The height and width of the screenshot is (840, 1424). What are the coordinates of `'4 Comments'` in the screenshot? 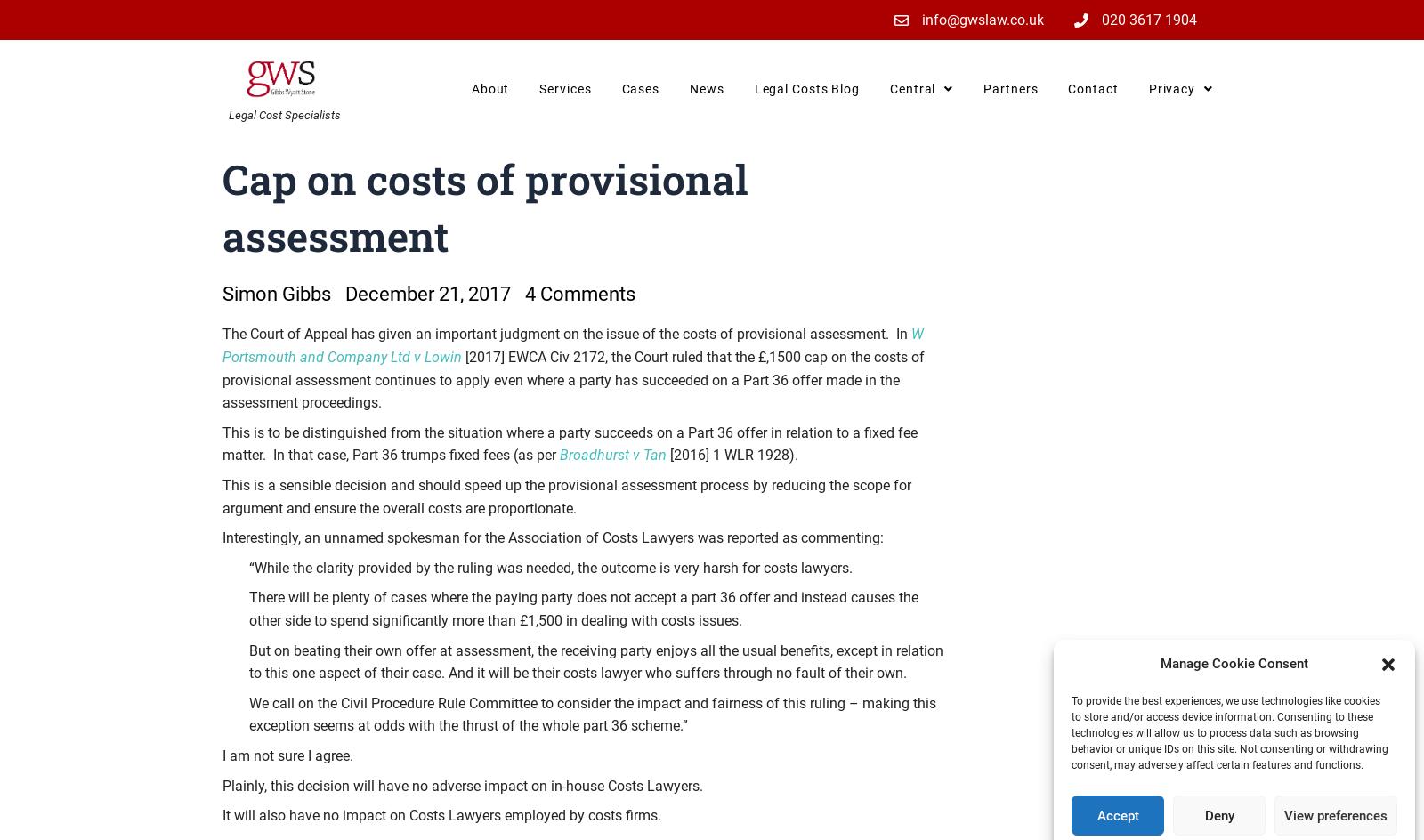 It's located at (580, 292).